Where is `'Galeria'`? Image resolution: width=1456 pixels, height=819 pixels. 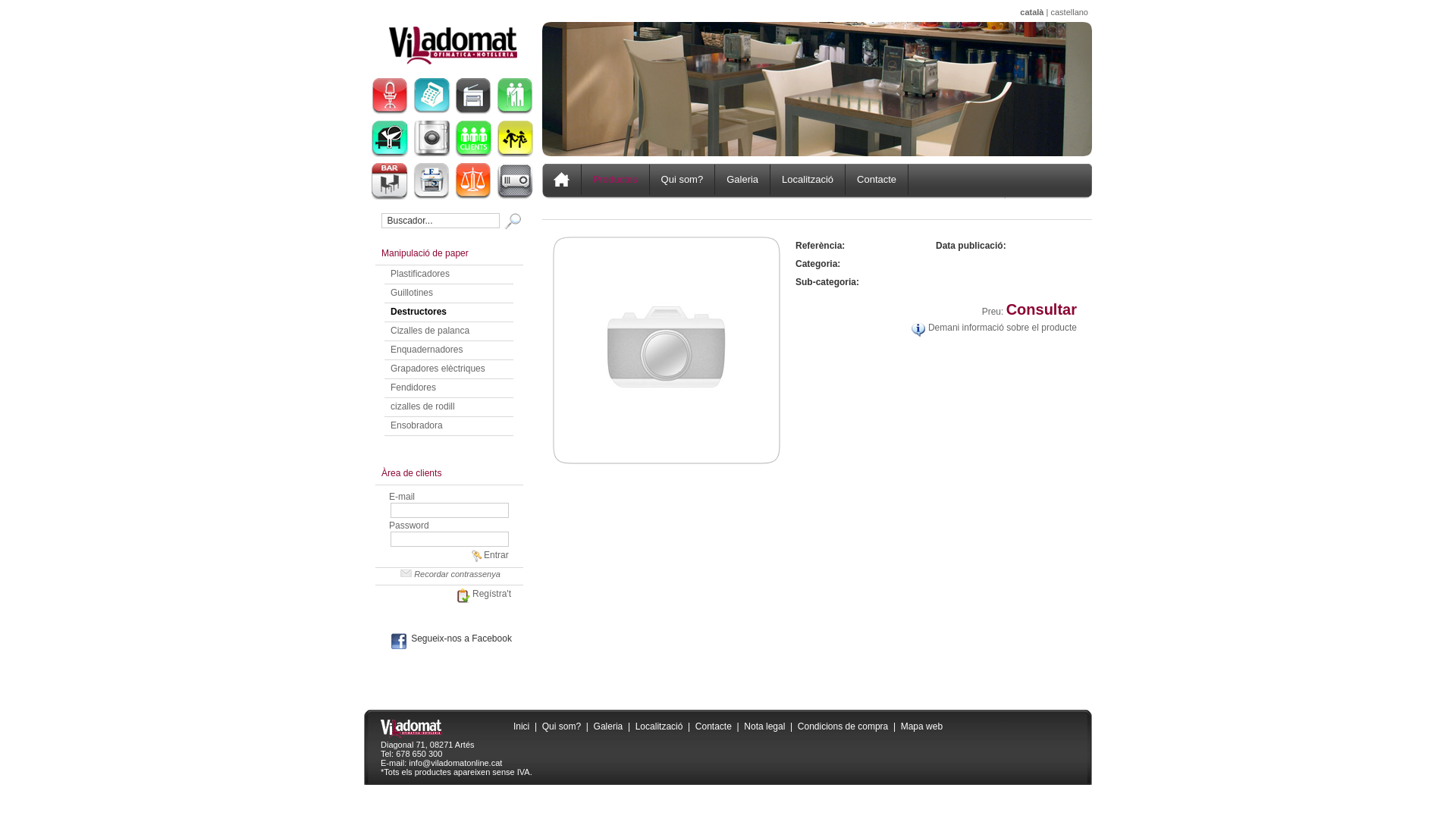 'Galeria' is located at coordinates (608, 725).